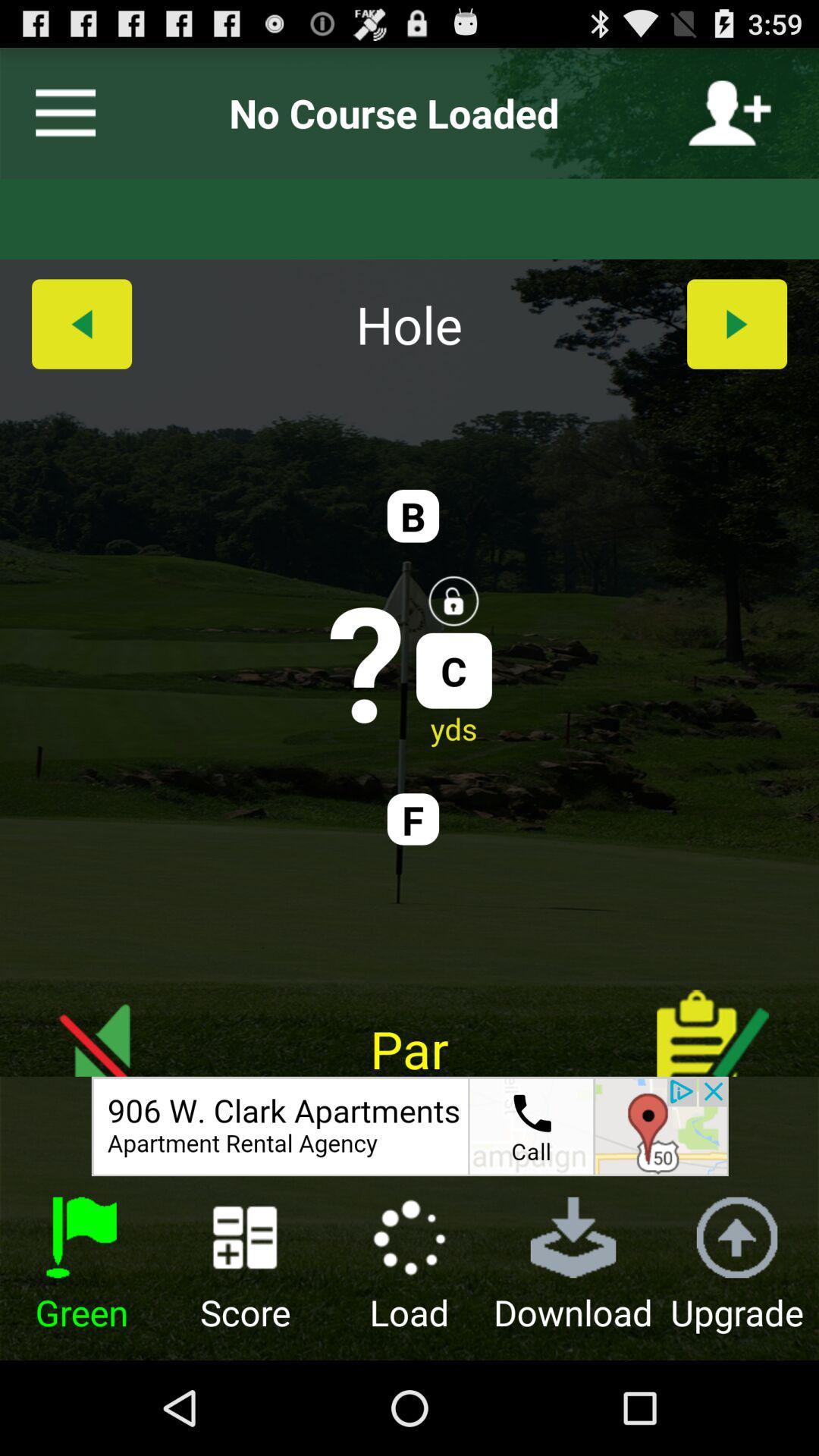  What do you see at coordinates (58, 112) in the screenshot?
I see `menu button` at bounding box center [58, 112].